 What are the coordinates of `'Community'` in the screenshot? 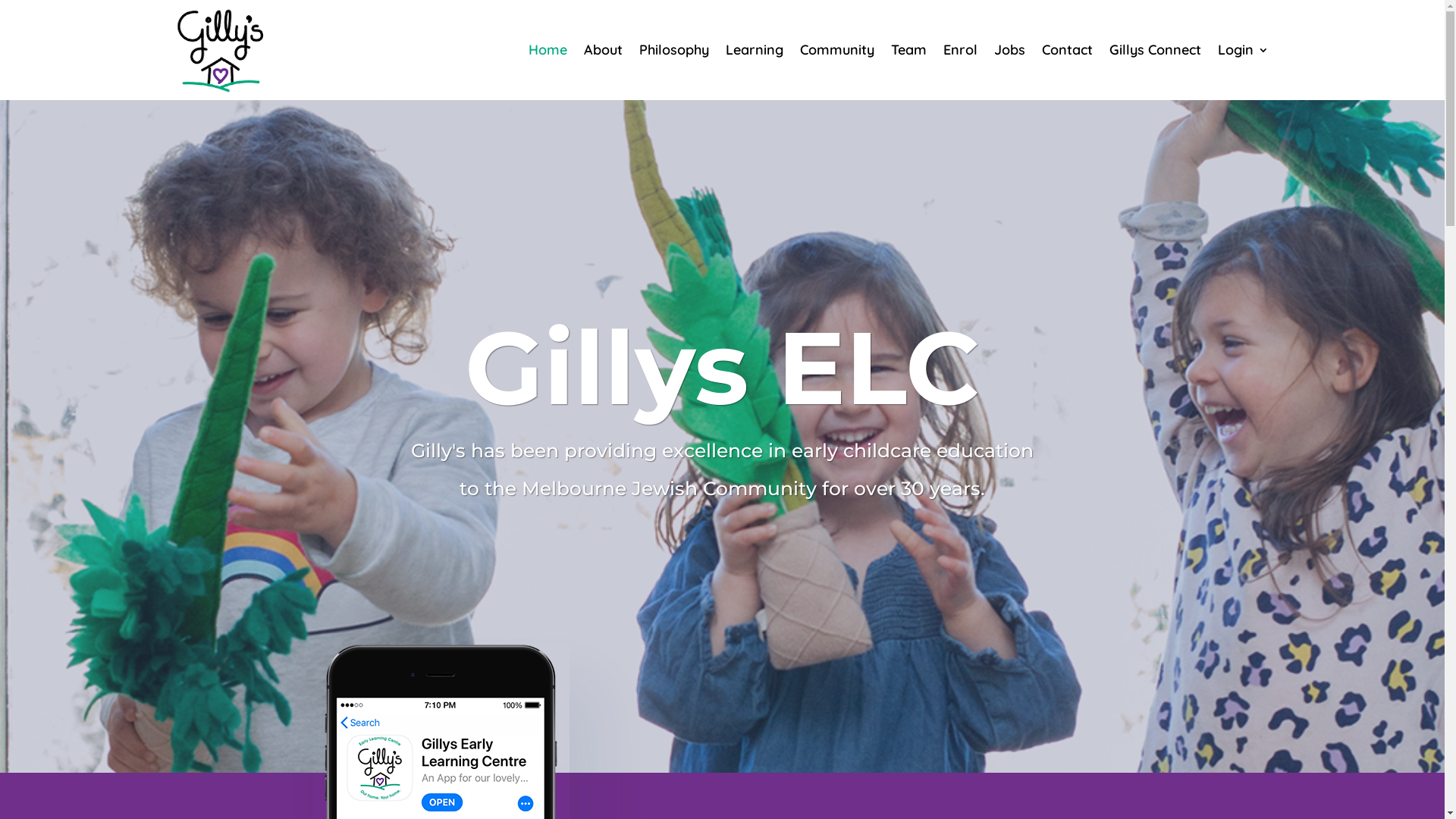 It's located at (836, 49).